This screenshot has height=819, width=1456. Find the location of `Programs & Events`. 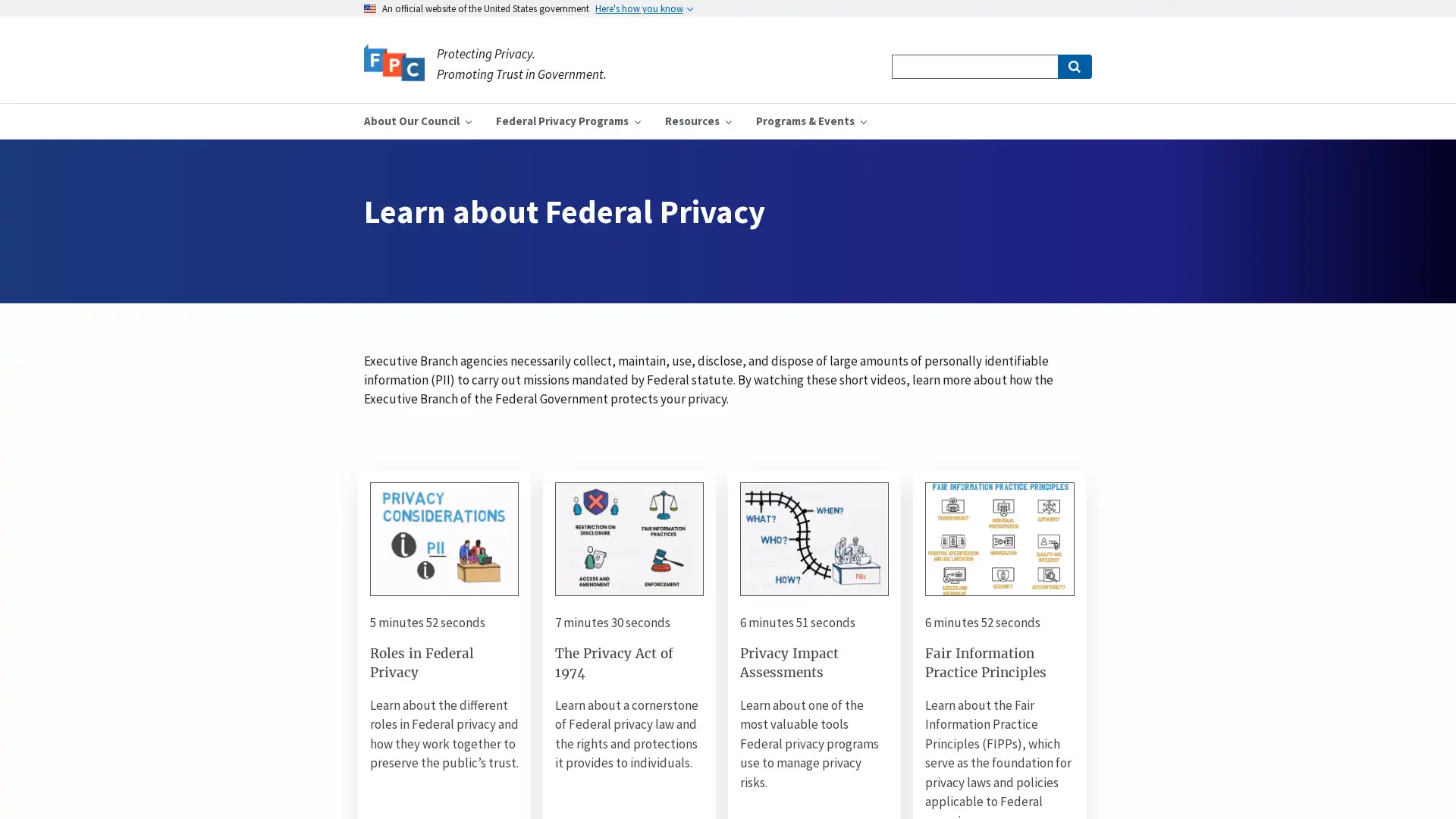

Programs & Events is located at coordinates (811, 120).